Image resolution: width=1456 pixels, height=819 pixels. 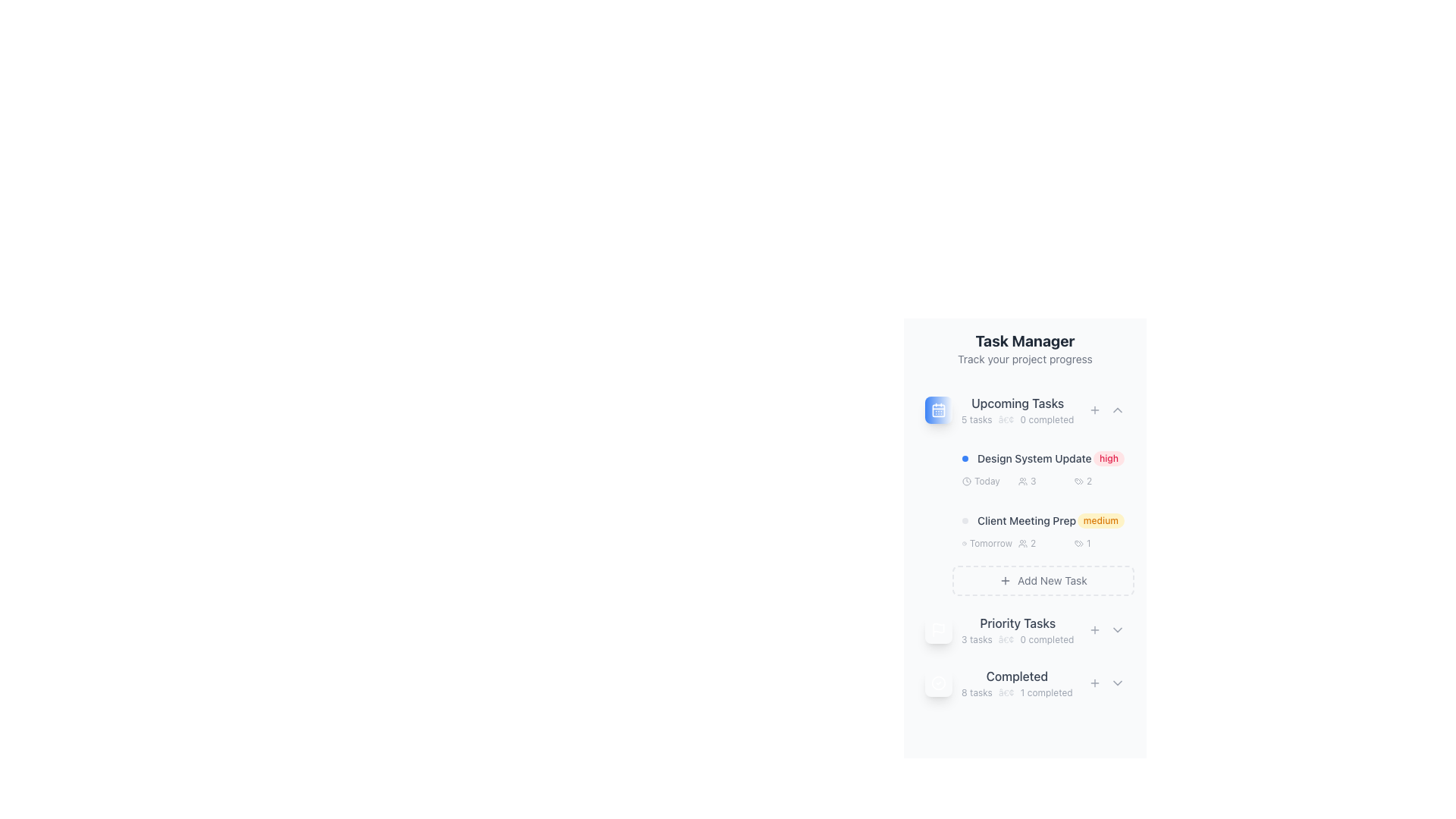 What do you see at coordinates (1117, 683) in the screenshot?
I see `the chevron-down icon located at the far-right end of the 'Completed' section in the Task Manager` at bounding box center [1117, 683].